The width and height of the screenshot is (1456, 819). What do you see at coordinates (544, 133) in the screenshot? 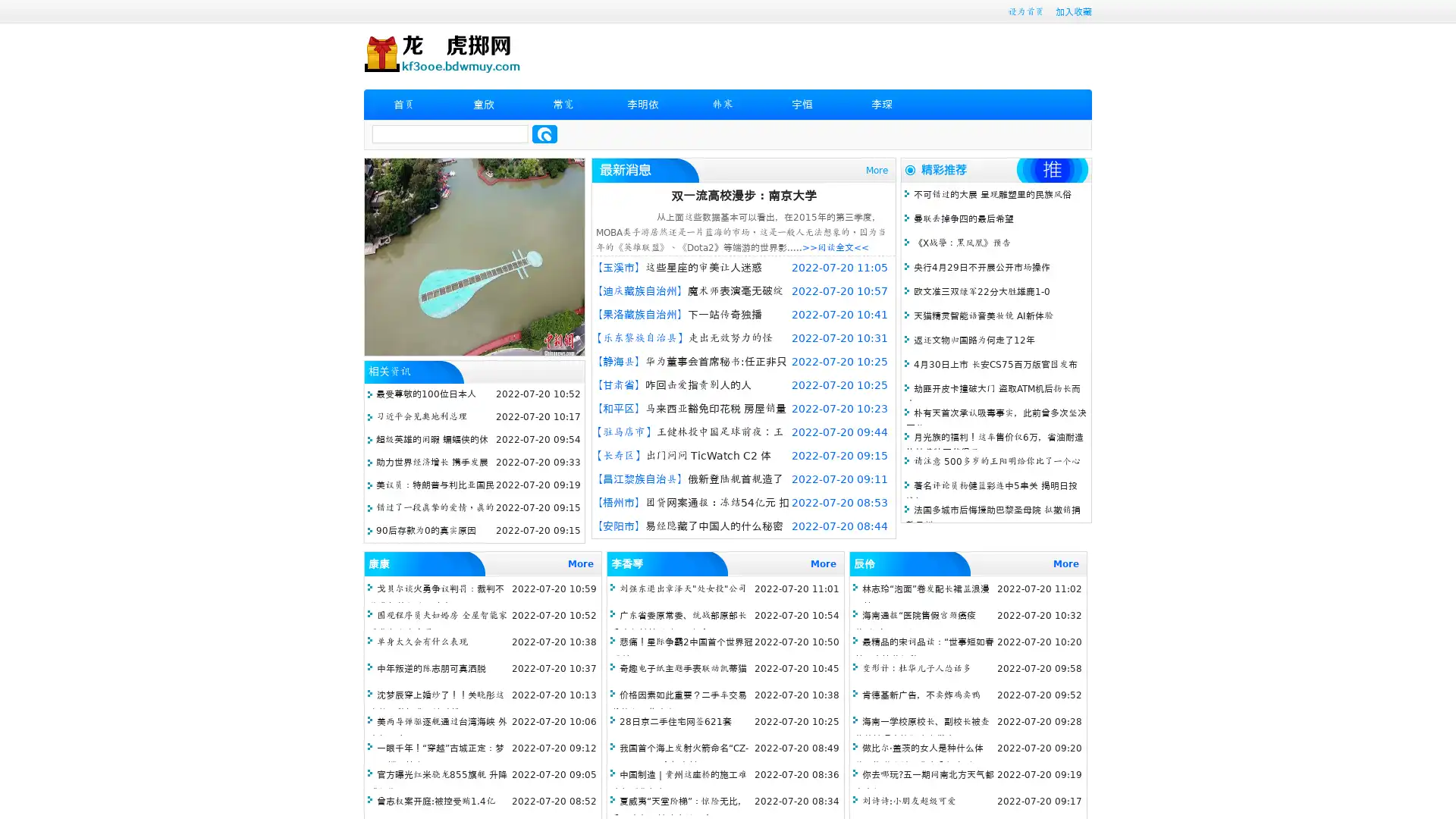
I see `Search` at bounding box center [544, 133].